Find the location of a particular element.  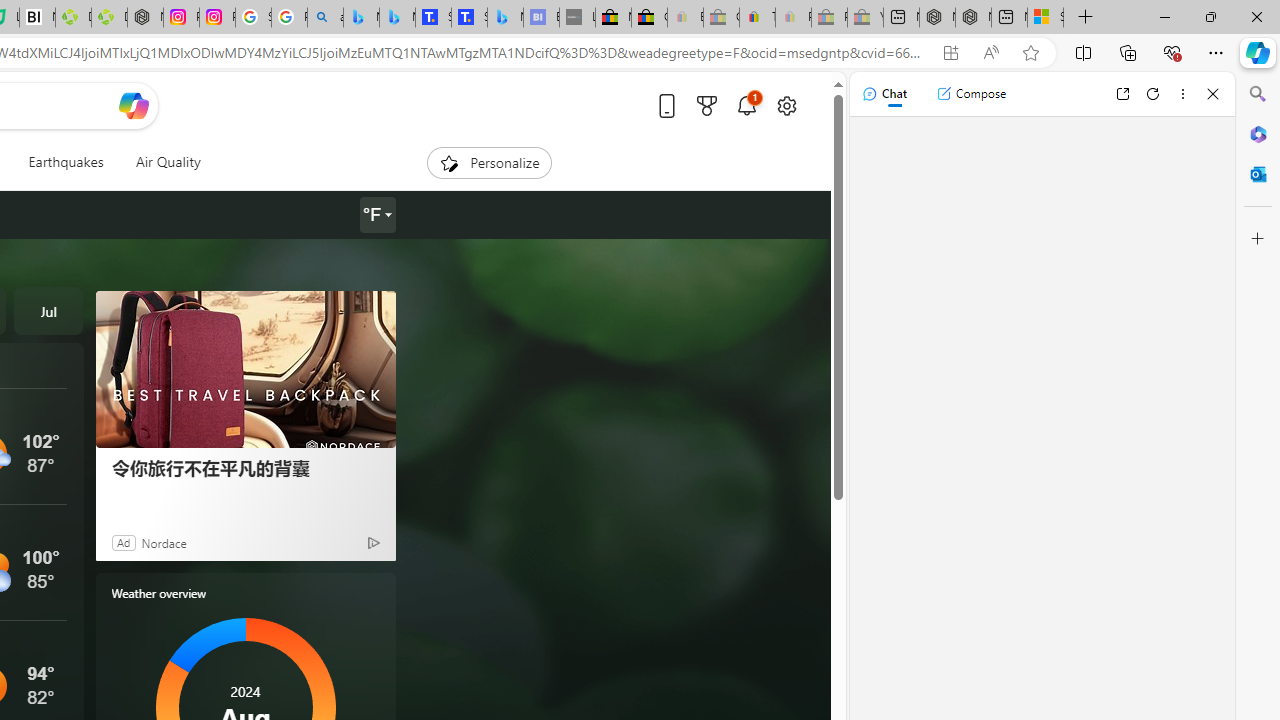

'Weather settings' is located at coordinates (376, 215).